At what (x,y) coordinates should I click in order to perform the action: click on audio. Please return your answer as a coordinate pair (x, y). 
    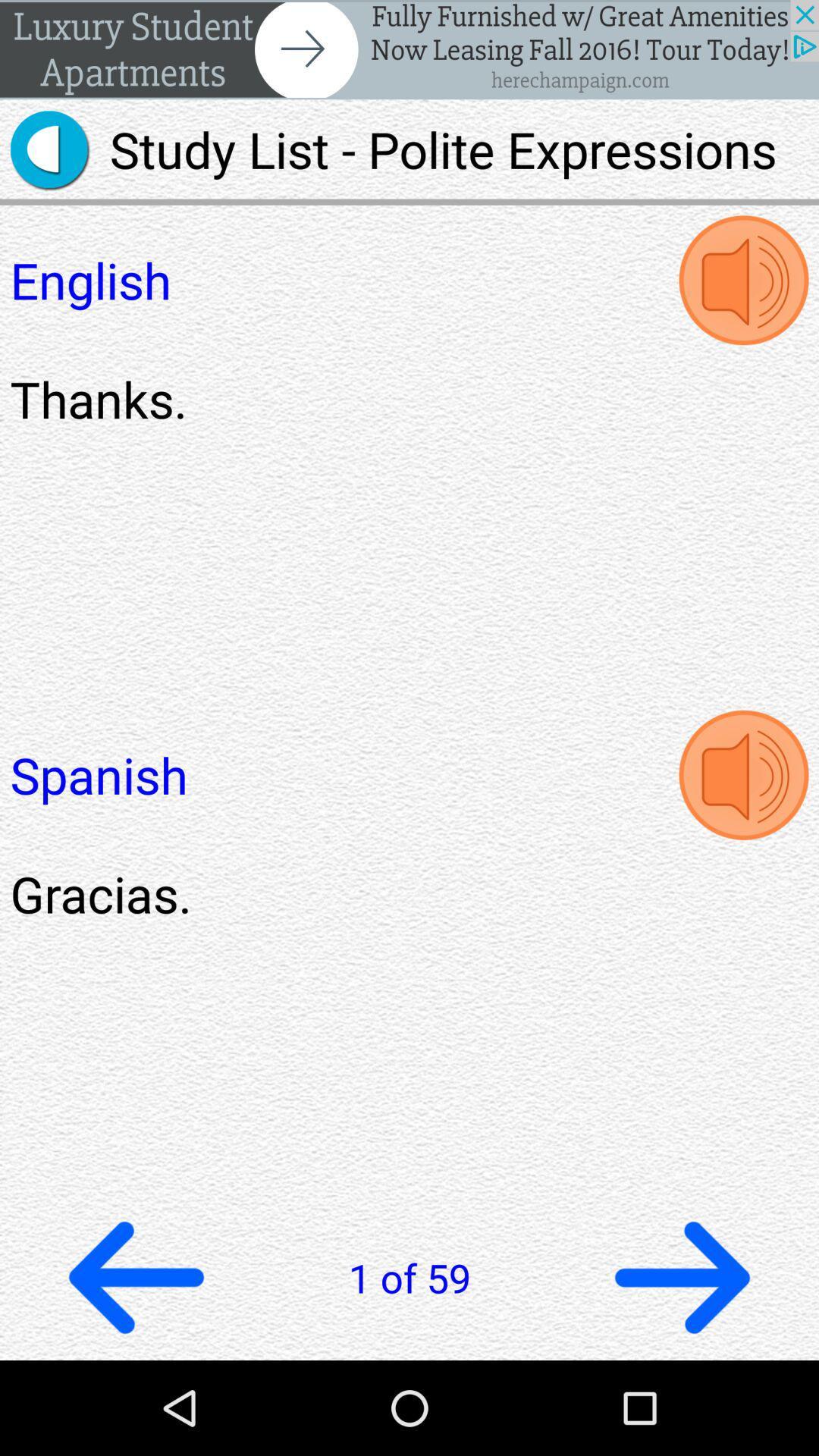
    Looking at the image, I should click on (742, 775).